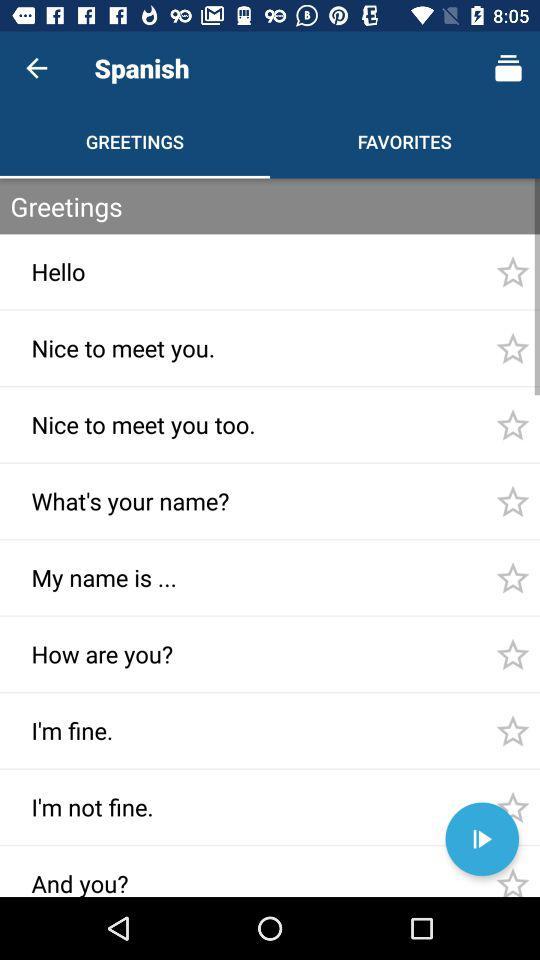 The width and height of the screenshot is (540, 960). I want to click on the star symbol beside im fine, so click(513, 729).